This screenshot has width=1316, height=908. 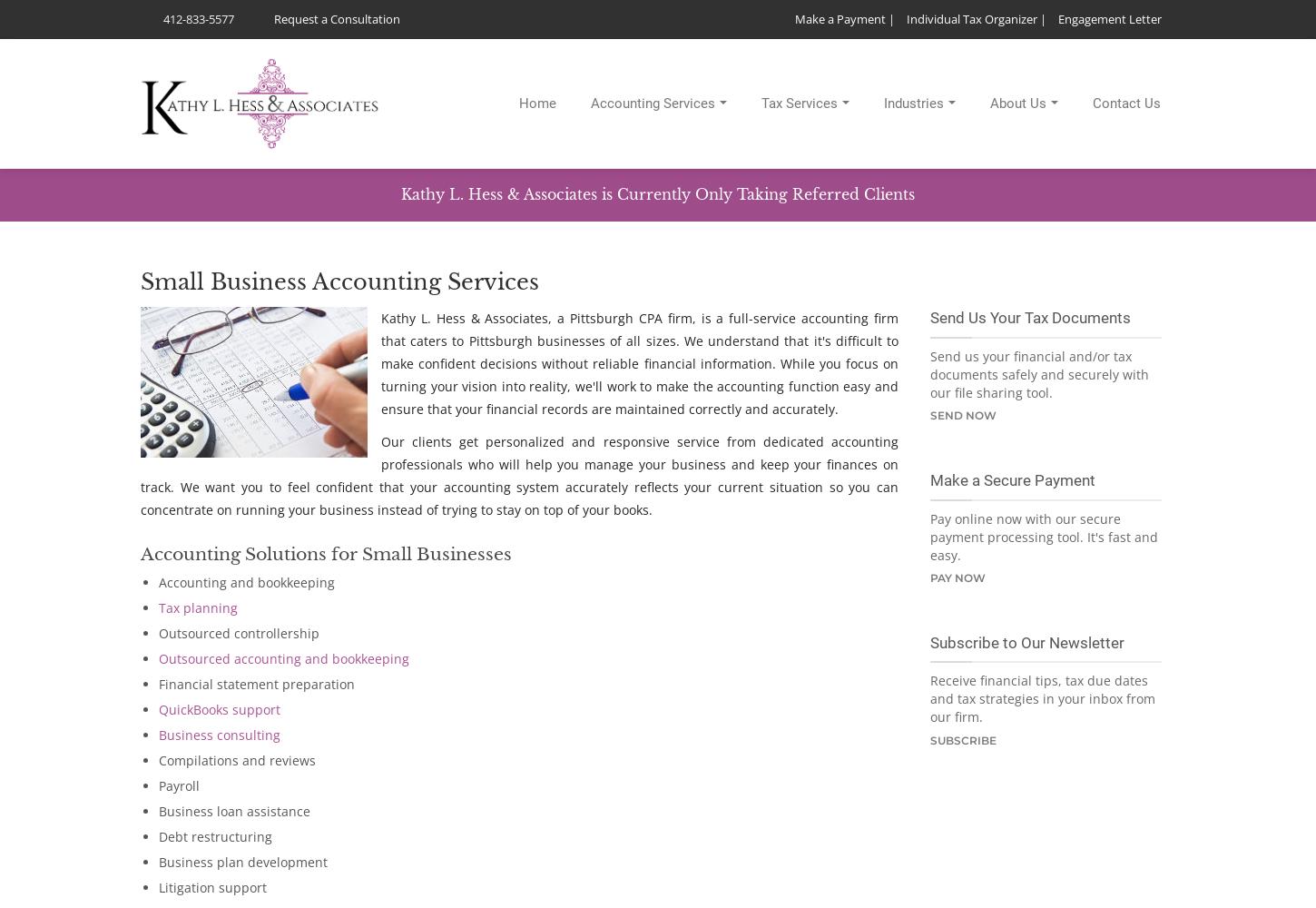 What do you see at coordinates (220, 709) in the screenshot?
I see `'QuickBooks support'` at bounding box center [220, 709].